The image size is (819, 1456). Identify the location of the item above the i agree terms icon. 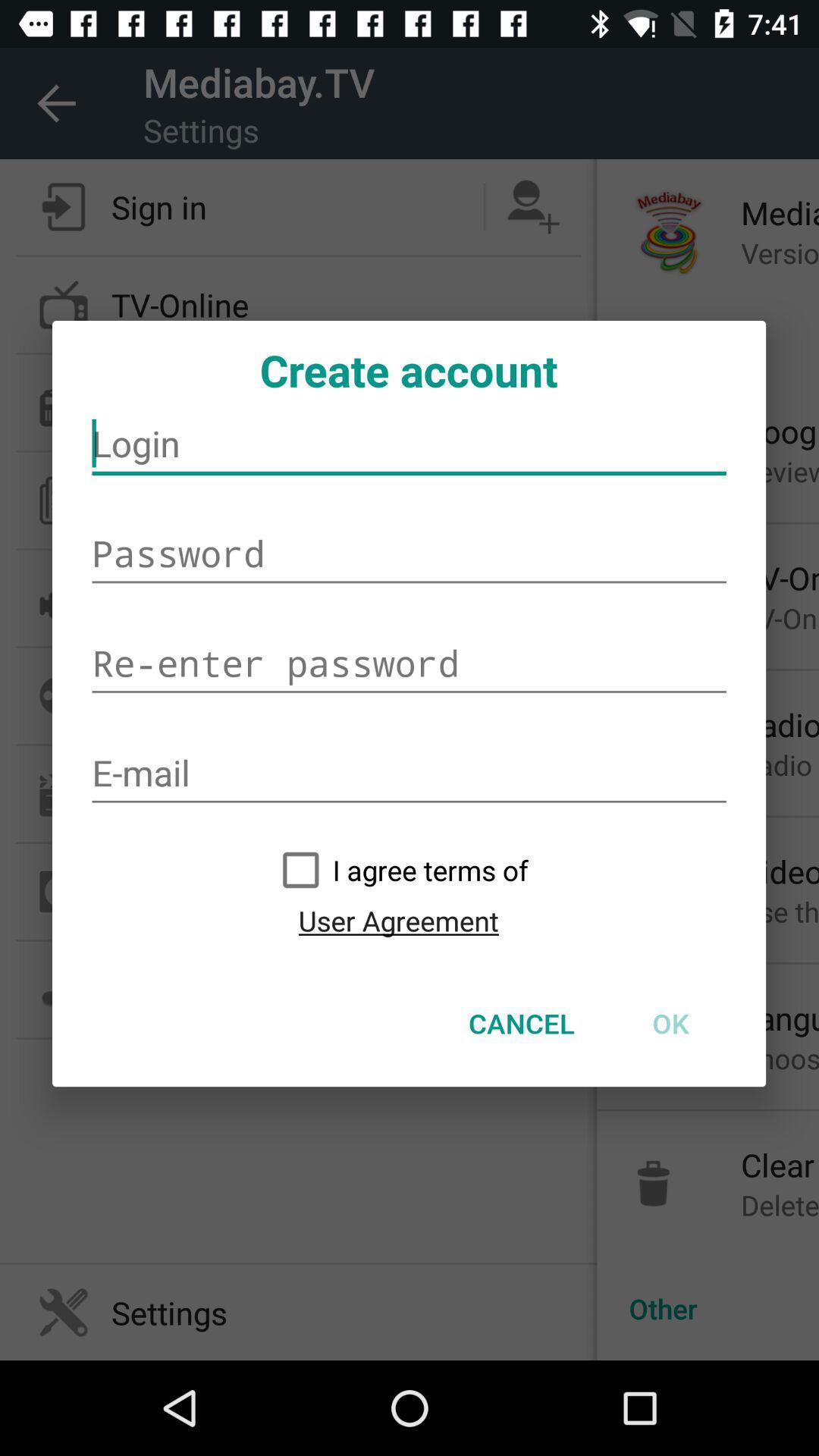
(408, 773).